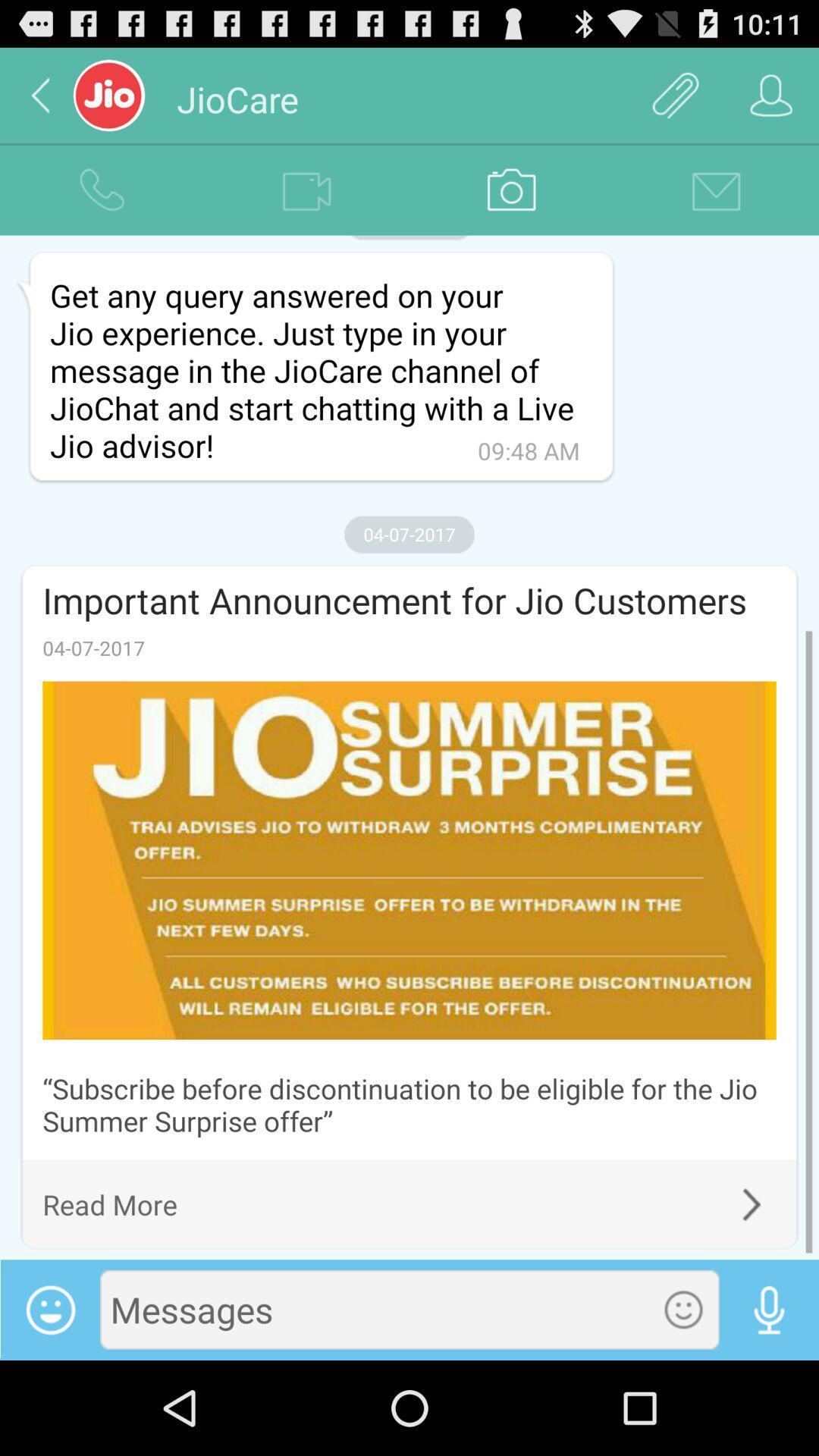 The height and width of the screenshot is (1456, 819). Describe the element at coordinates (49, 1401) in the screenshot. I see `the emoji icon` at that location.